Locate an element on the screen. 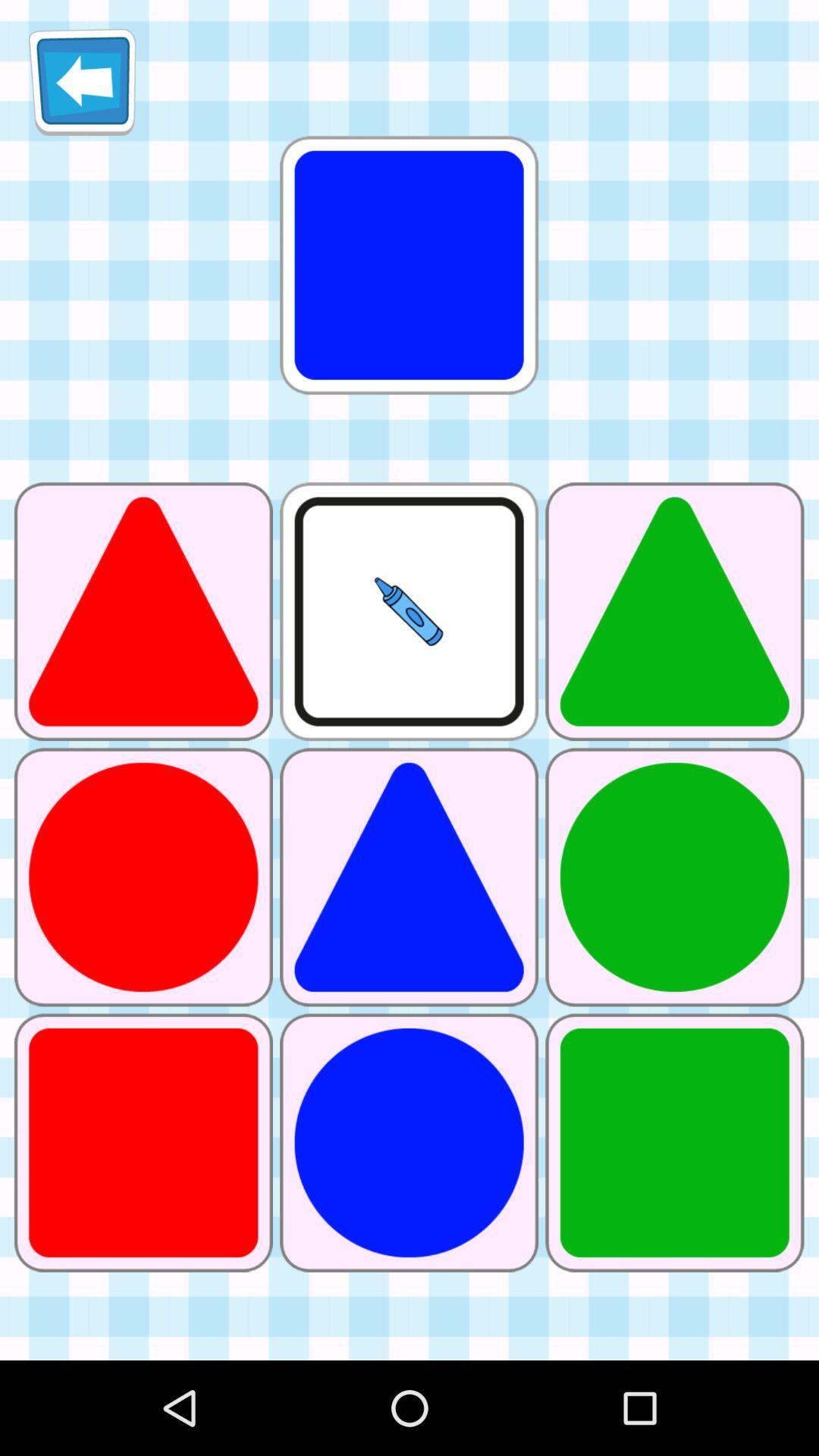  item at the top is located at coordinates (408, 265).